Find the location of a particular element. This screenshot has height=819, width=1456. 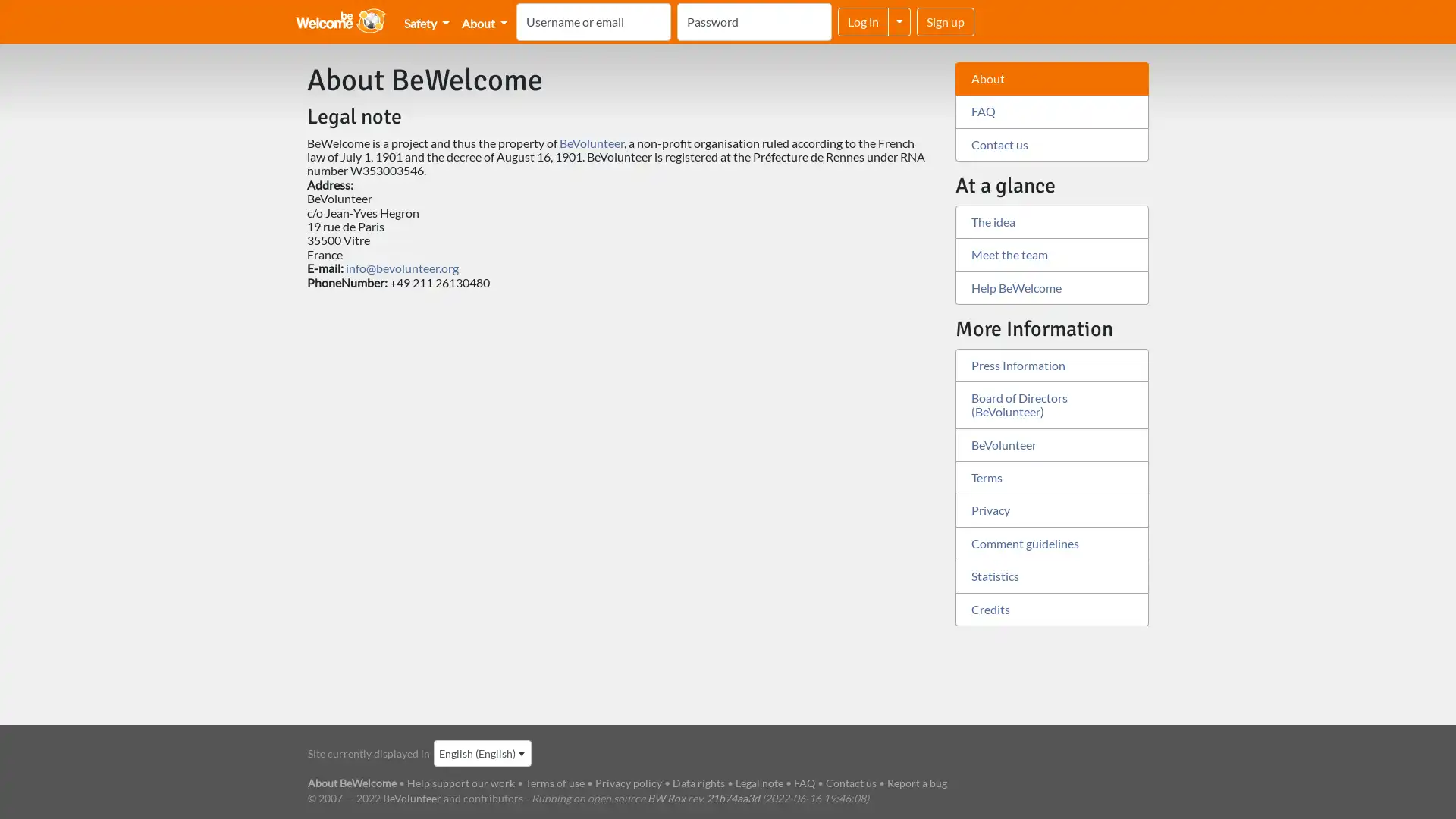

Log in is located at coordinates (863, 22).